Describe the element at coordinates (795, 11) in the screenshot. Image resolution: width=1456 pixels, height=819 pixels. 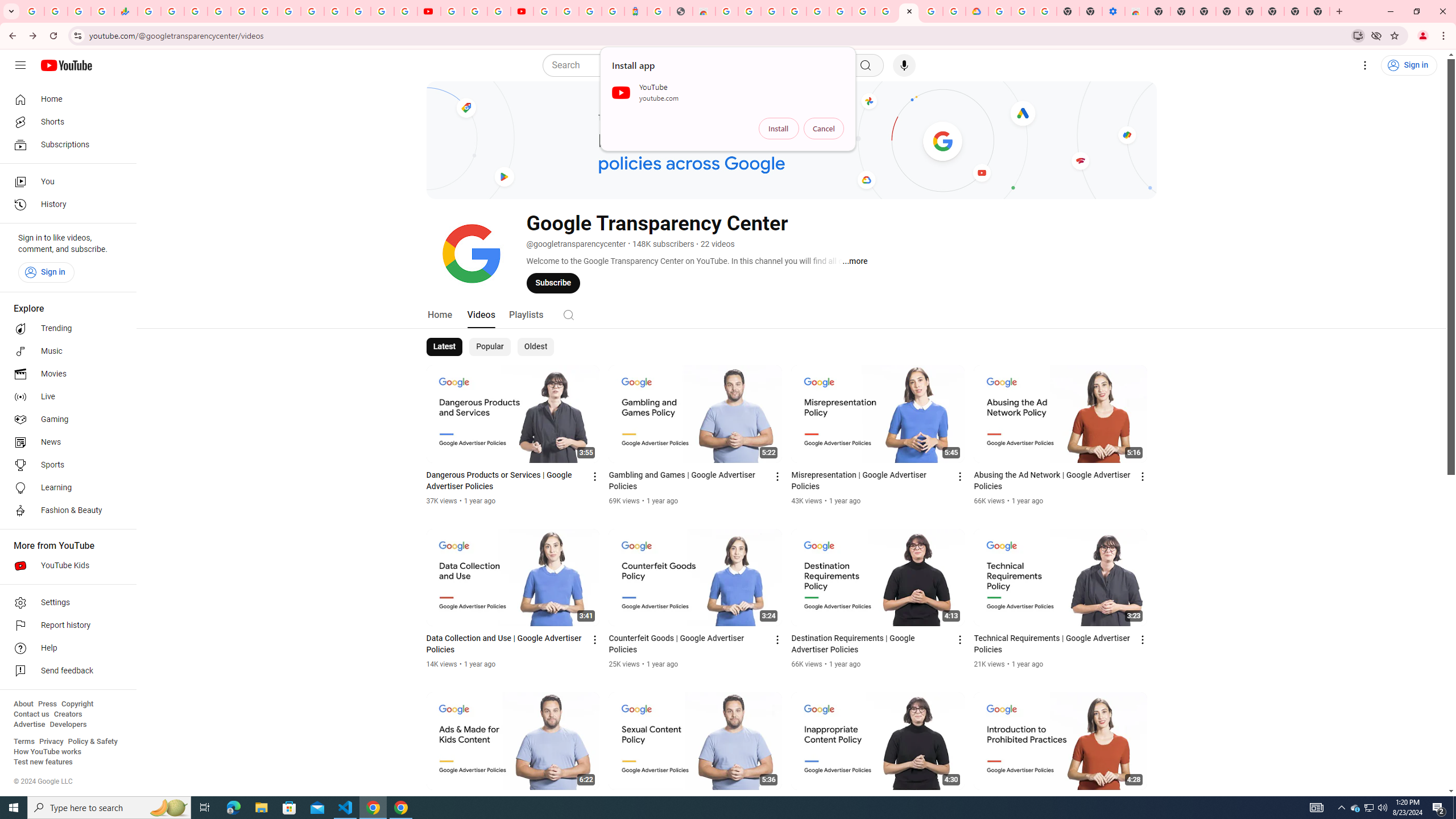
I see `'Ad Settings'` at that location.